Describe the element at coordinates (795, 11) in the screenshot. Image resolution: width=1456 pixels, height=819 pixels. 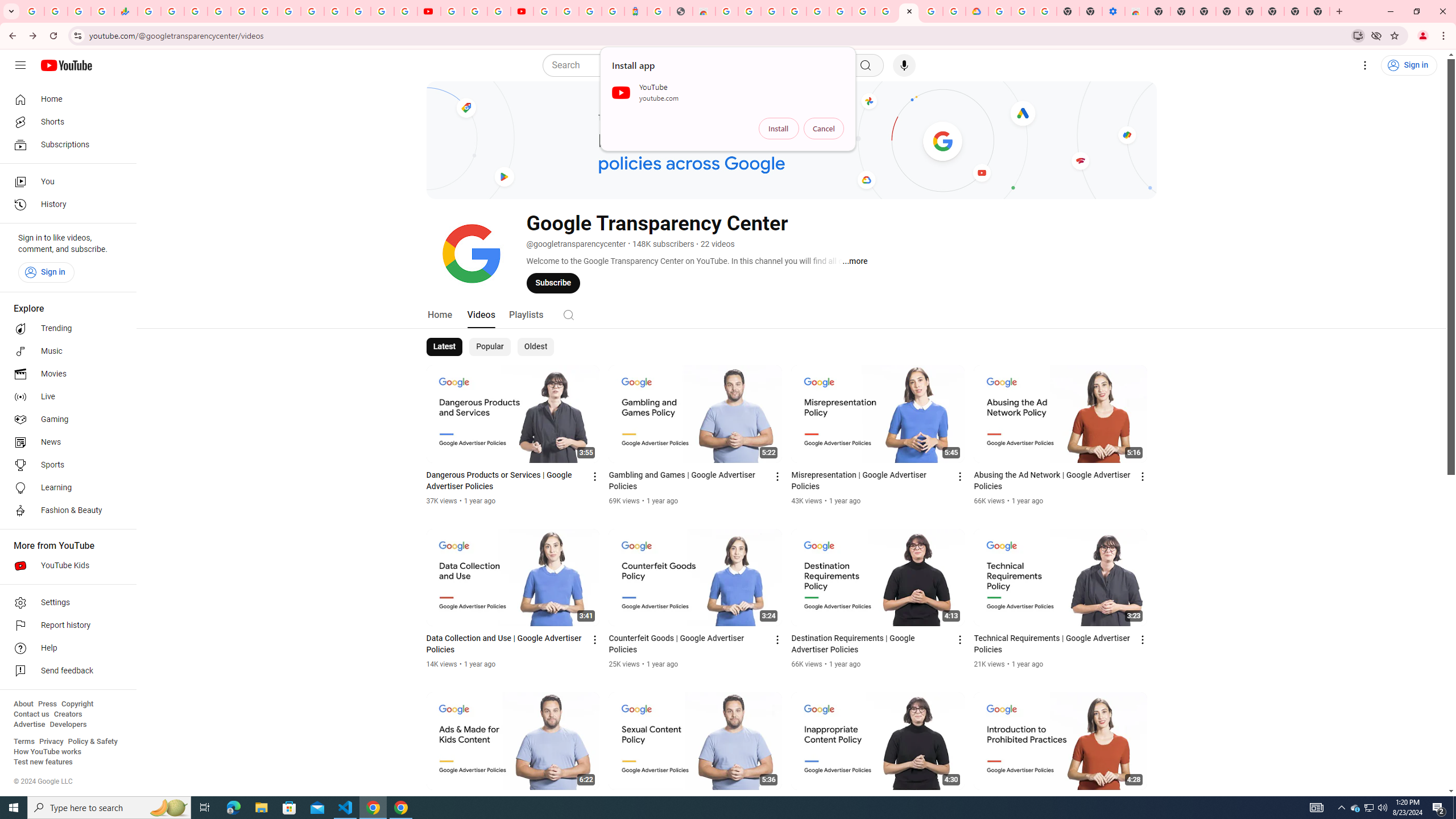
I see `'Ad Settings'` at that location.